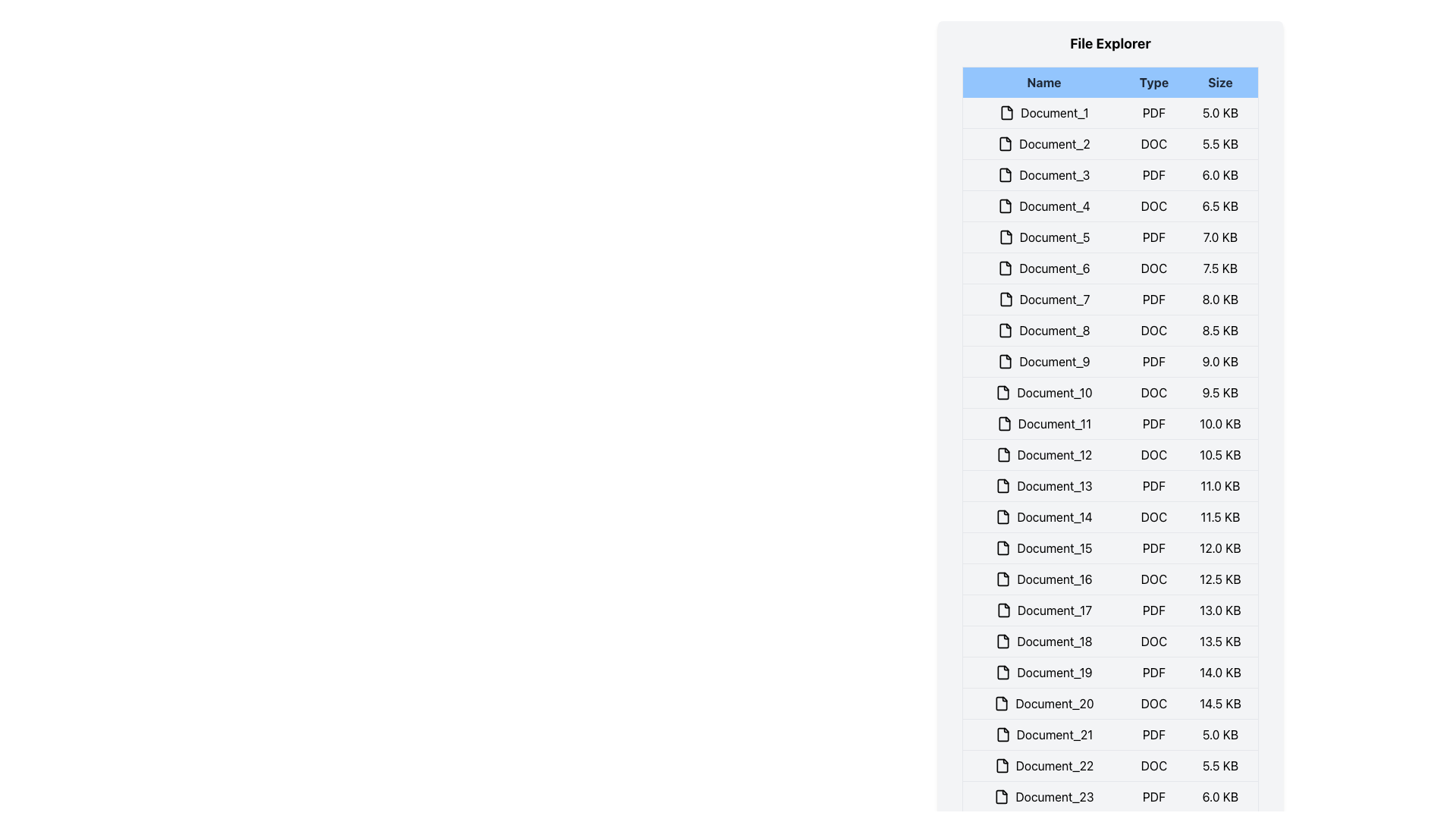 The image size is (1456, 819). I want to click on the Text Label indicating the file type 'PDF' for the row labeled 'Document_23' located in the 'Type' column, so click(1153, 795).